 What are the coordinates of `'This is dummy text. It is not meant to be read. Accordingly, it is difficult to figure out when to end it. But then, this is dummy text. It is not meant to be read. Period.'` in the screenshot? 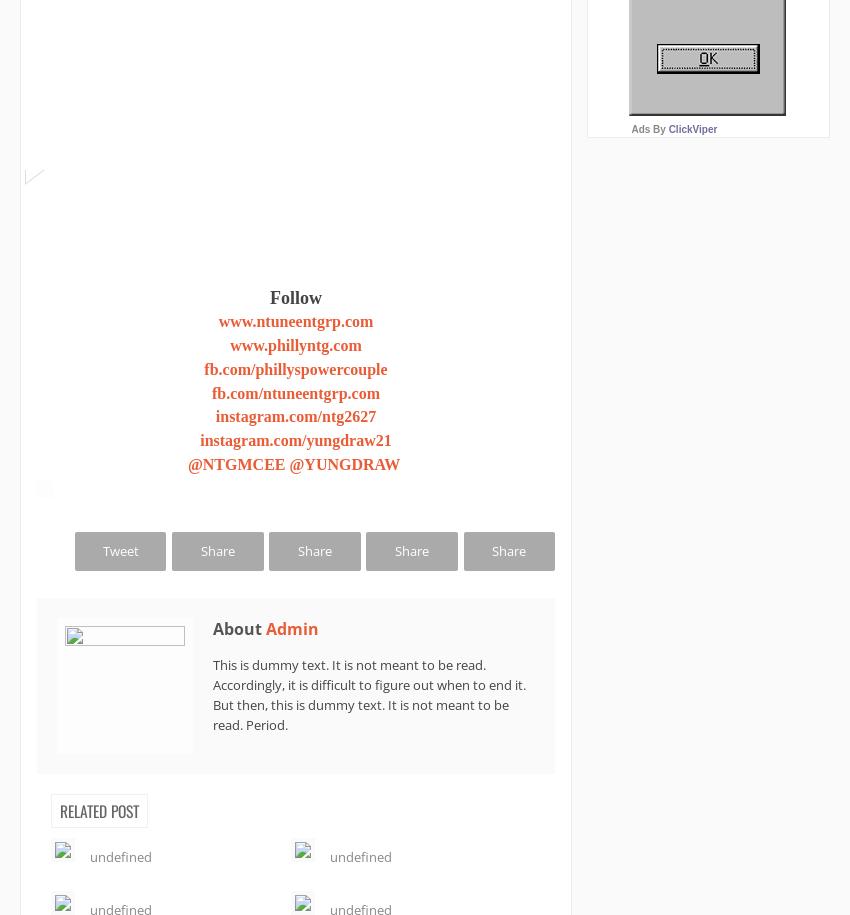 It's located at (212, 693).